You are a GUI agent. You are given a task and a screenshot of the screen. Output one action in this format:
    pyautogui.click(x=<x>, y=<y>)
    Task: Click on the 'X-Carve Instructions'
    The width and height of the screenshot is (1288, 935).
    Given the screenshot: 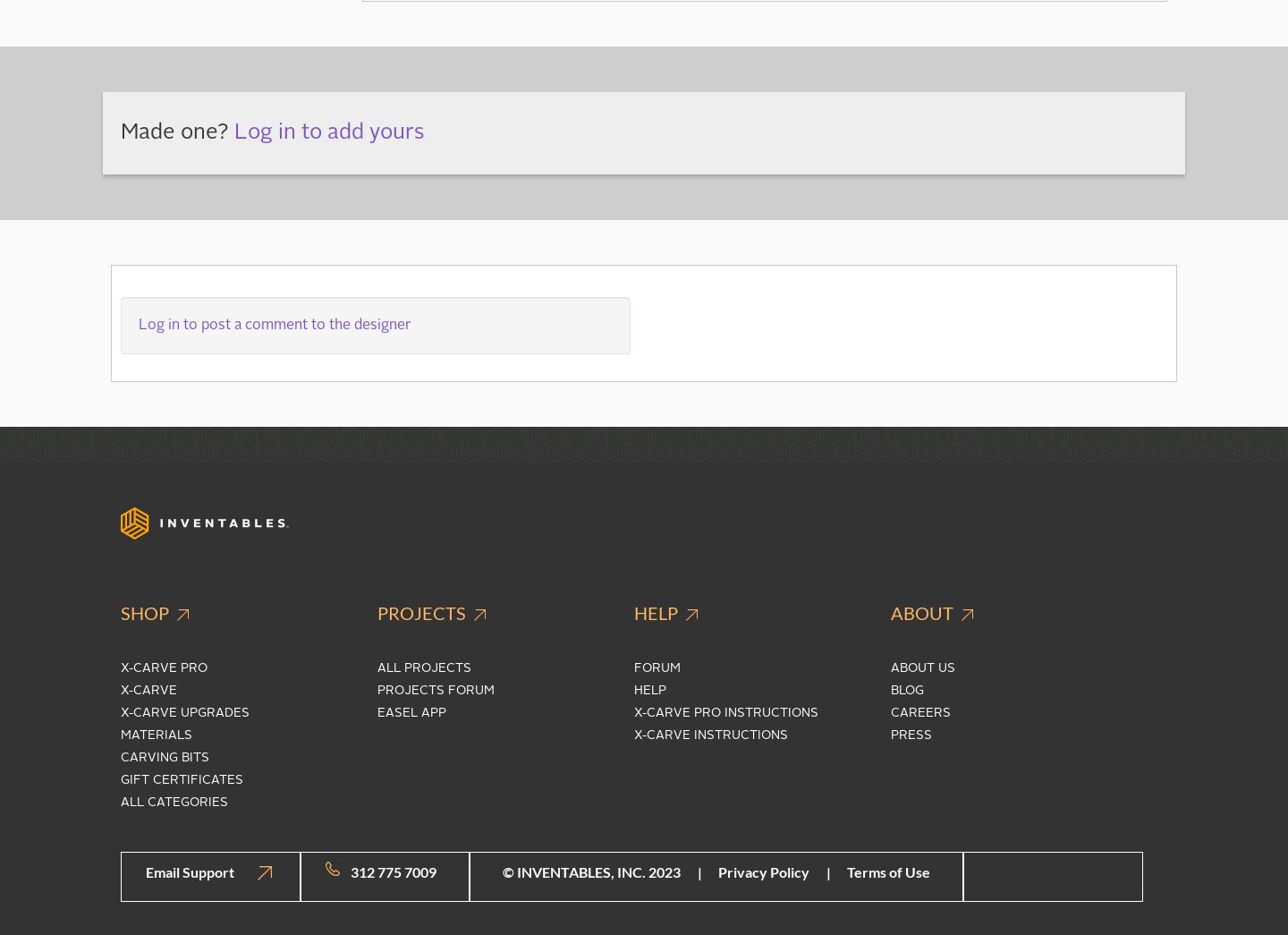 What is the action you would take?
    pyautogui.click(x=711, y=733)
    